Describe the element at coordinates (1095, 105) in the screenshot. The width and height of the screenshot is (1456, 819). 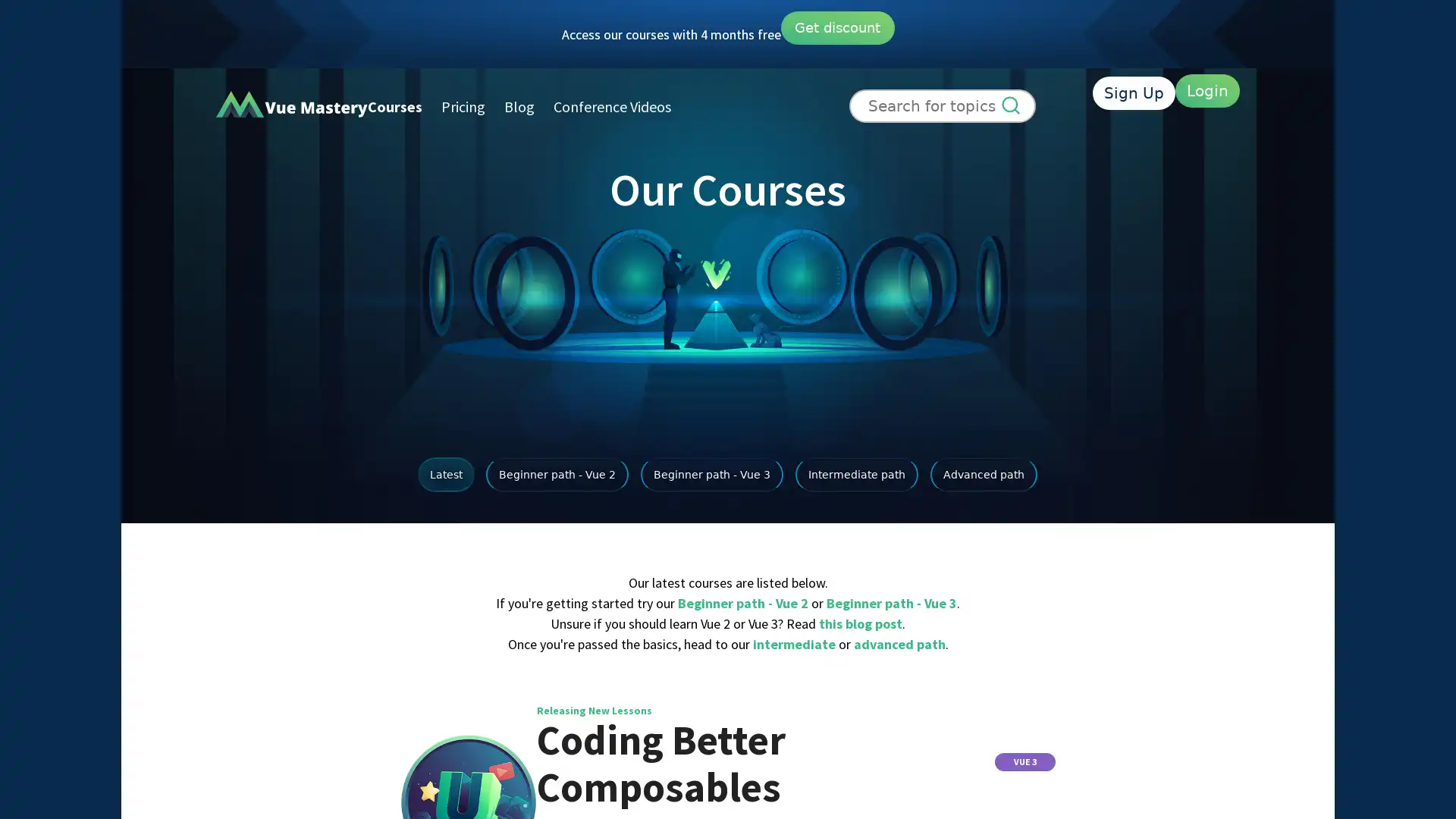
I see `Sign Up` at that location.